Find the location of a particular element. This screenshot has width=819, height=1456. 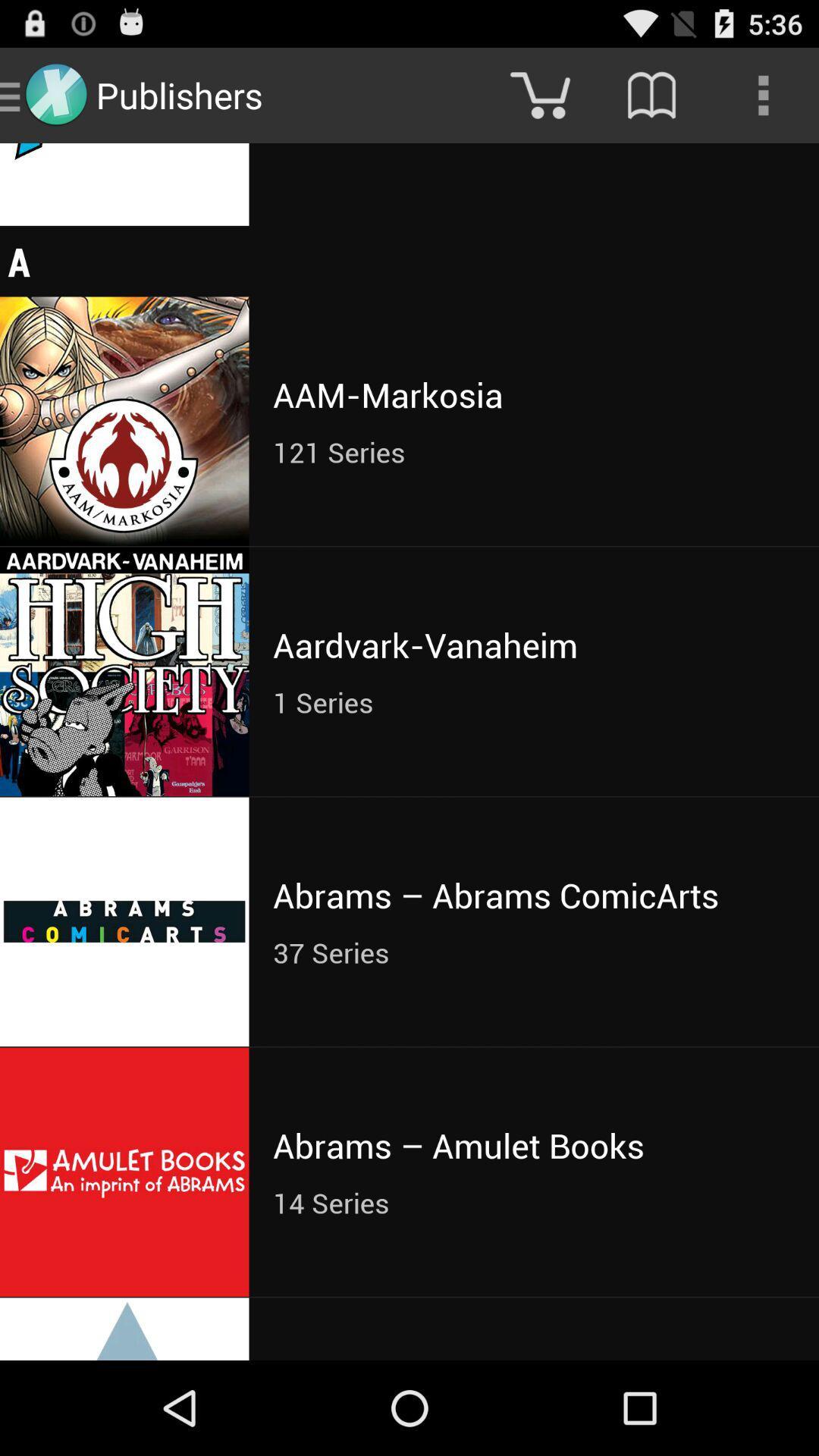

the 1 series is located at coordinates (533, 701).